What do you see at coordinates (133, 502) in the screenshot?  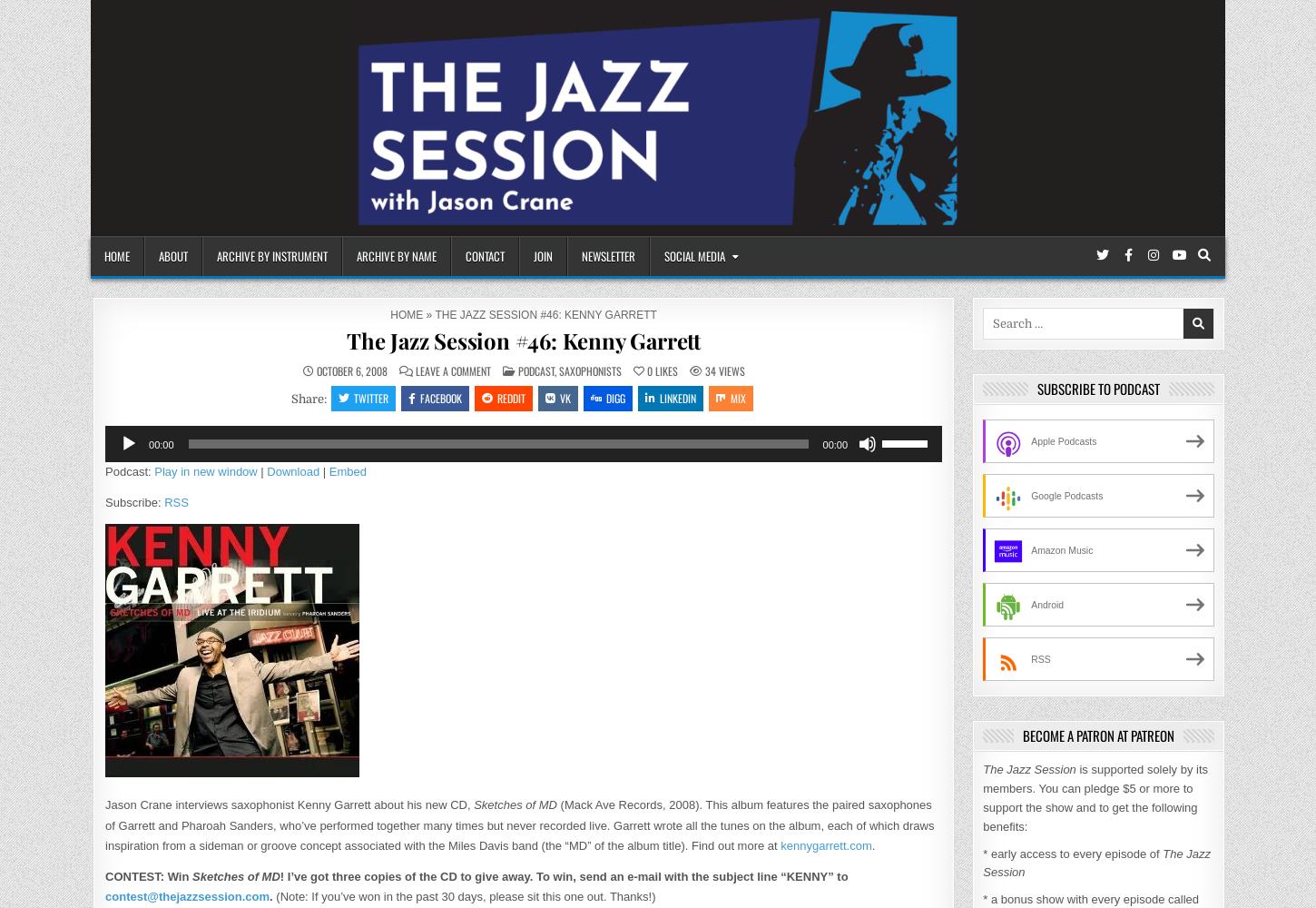 I see `'Subscribe:'` at bounding box center [133, 502].